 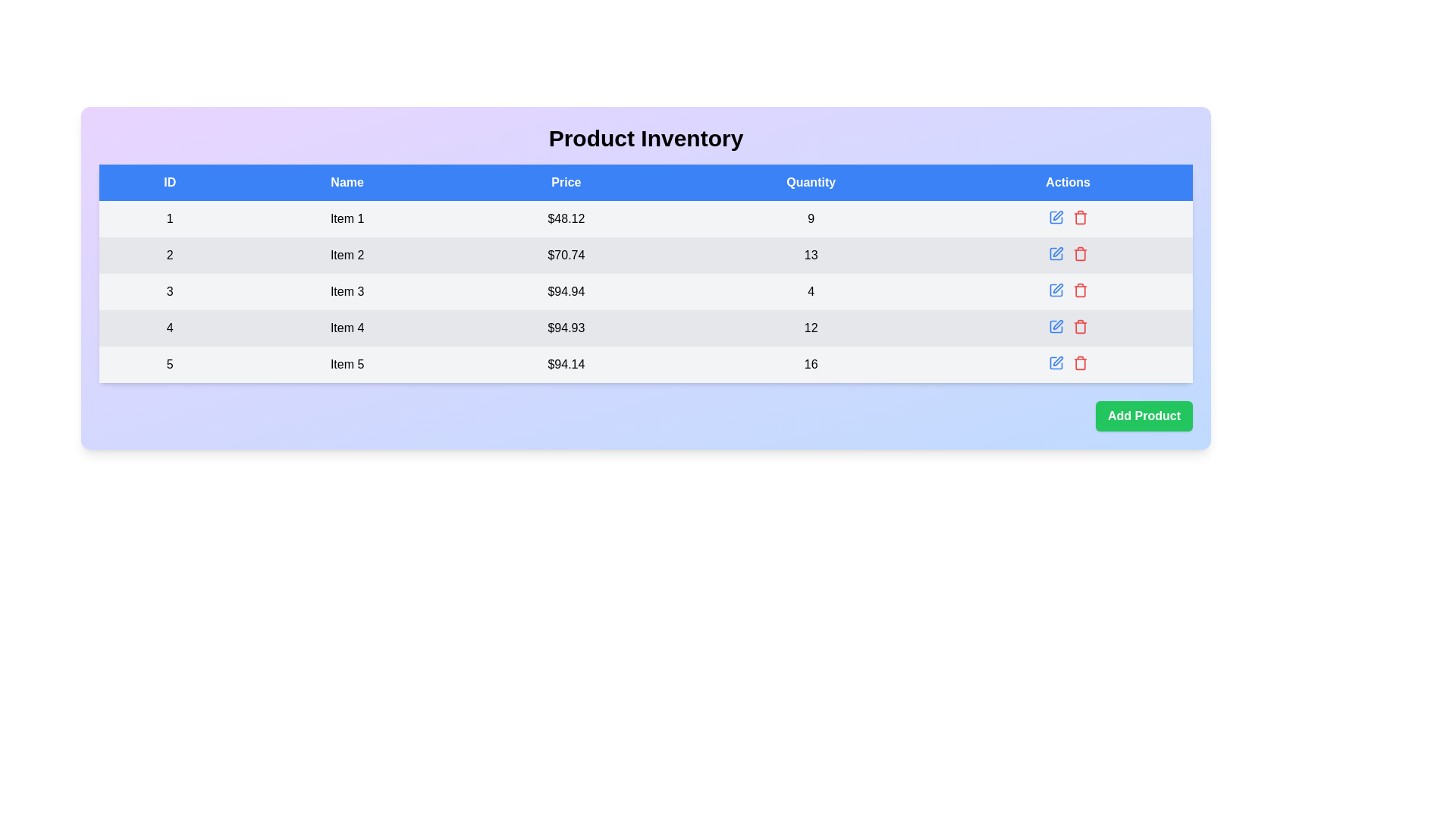 I want to click on the Text label displaying the price '$94.14' located in the third cell of the row labeled 'Item 5' under the 'Price' column, so click(x=565, y=365).